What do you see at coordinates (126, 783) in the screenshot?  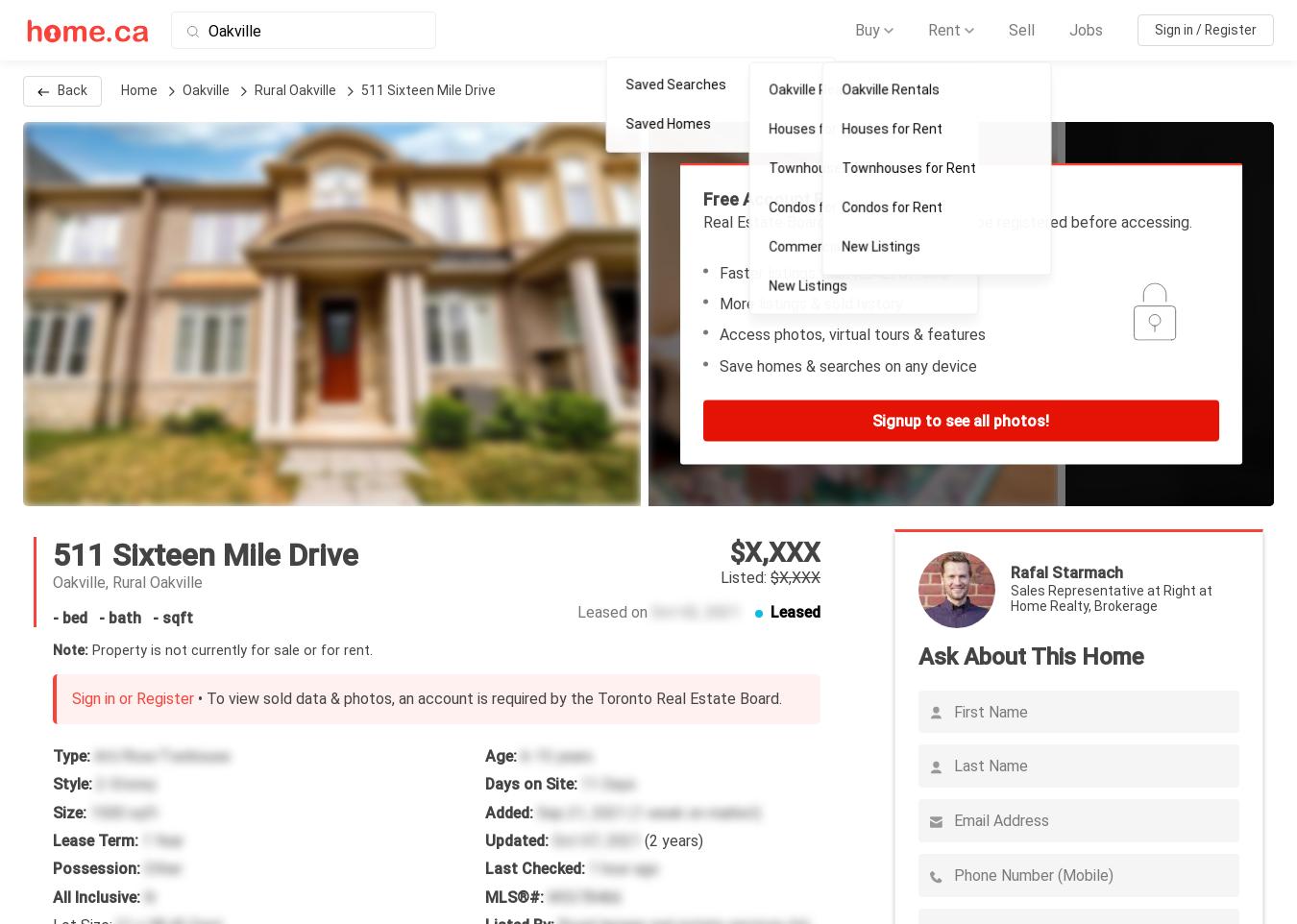 I see `'2-Storey'` at bounding box center [126, 783].